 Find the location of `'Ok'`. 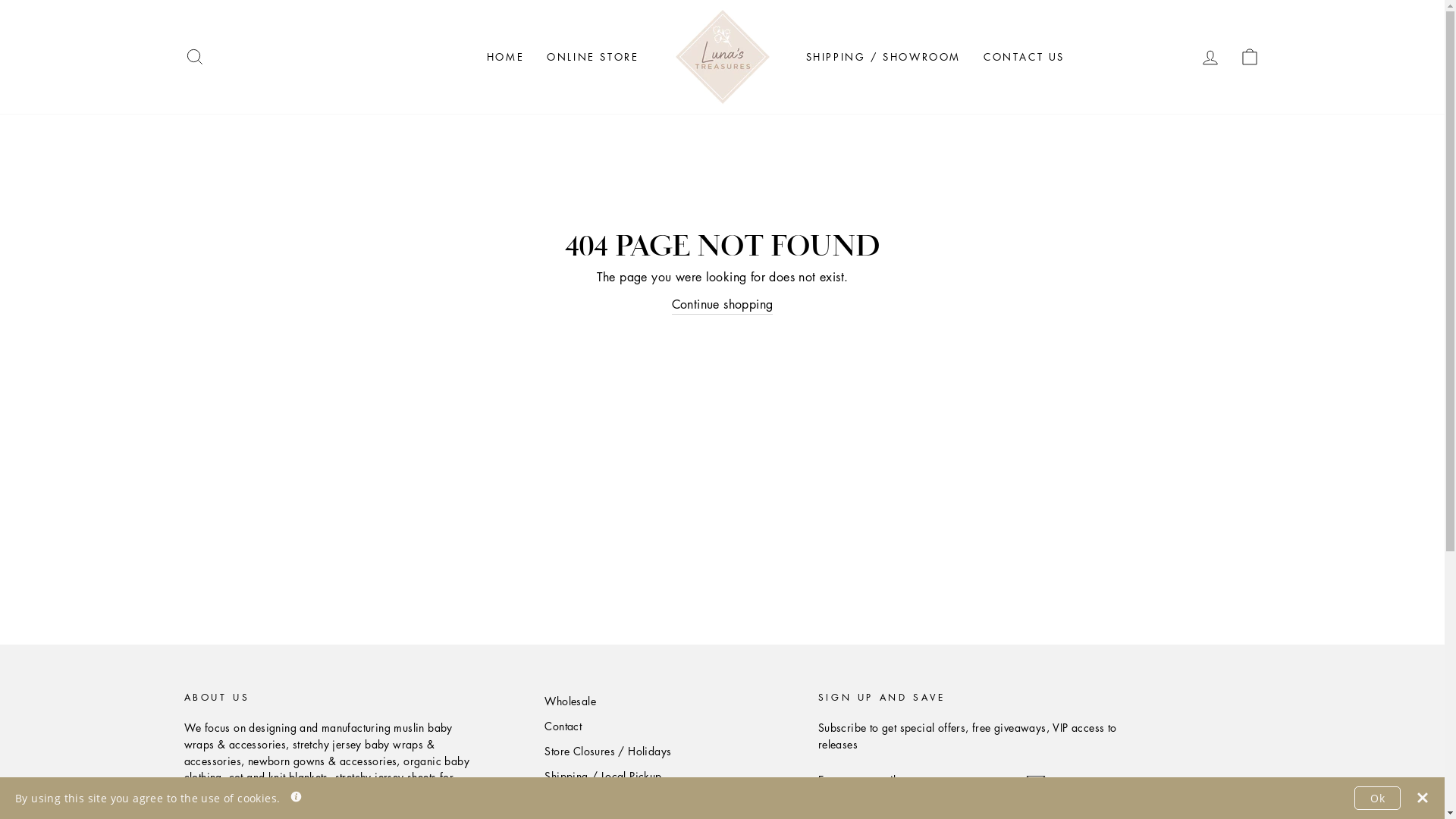

'Ok' is located at coordinates (1377, 797).